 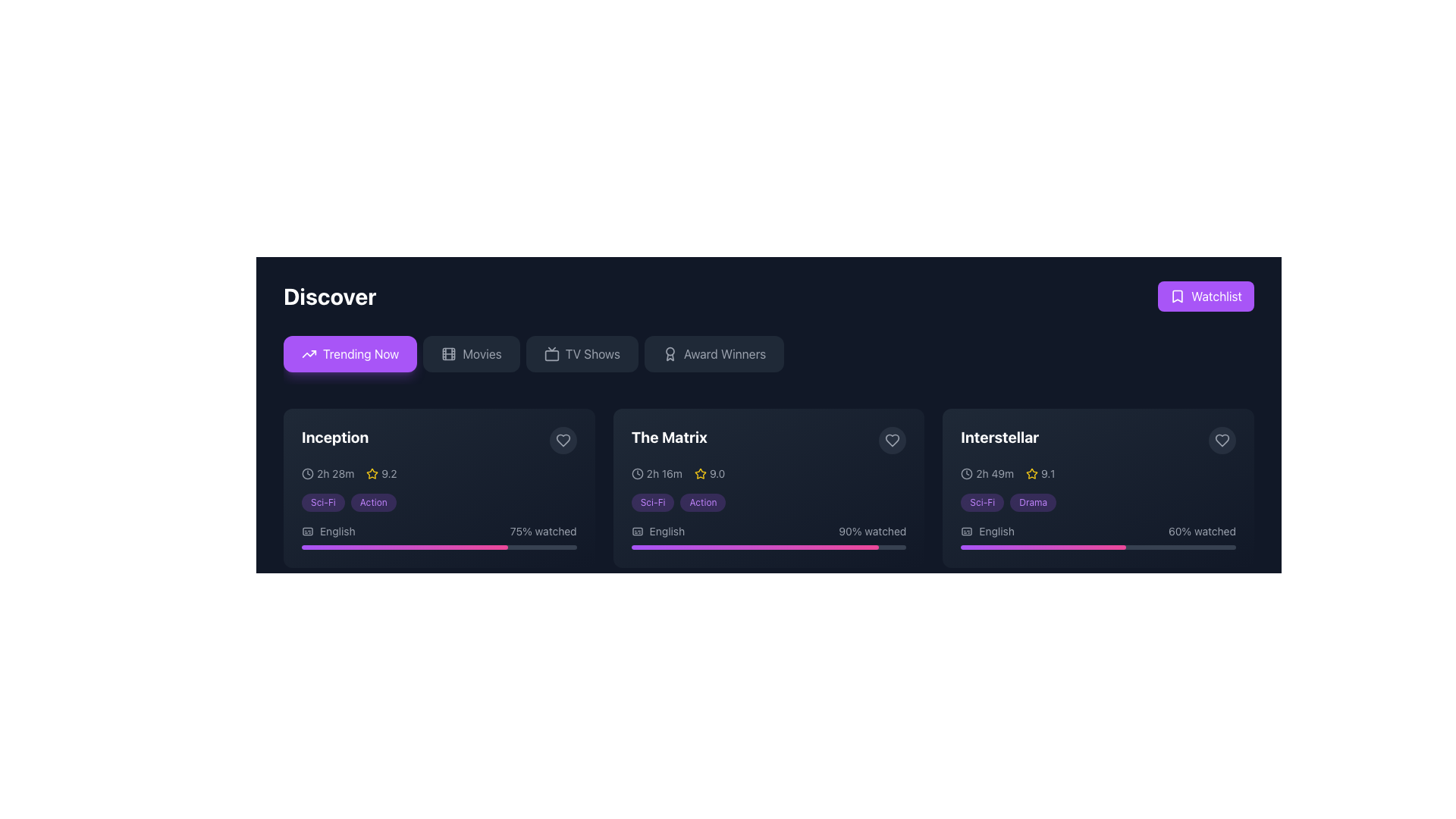 I want to click on the progress bar element located at the bottom of the 'Interstellar' movie card, which features a gradient from purple to pink and indicates percentage completion, so click(x=1098, y=547).